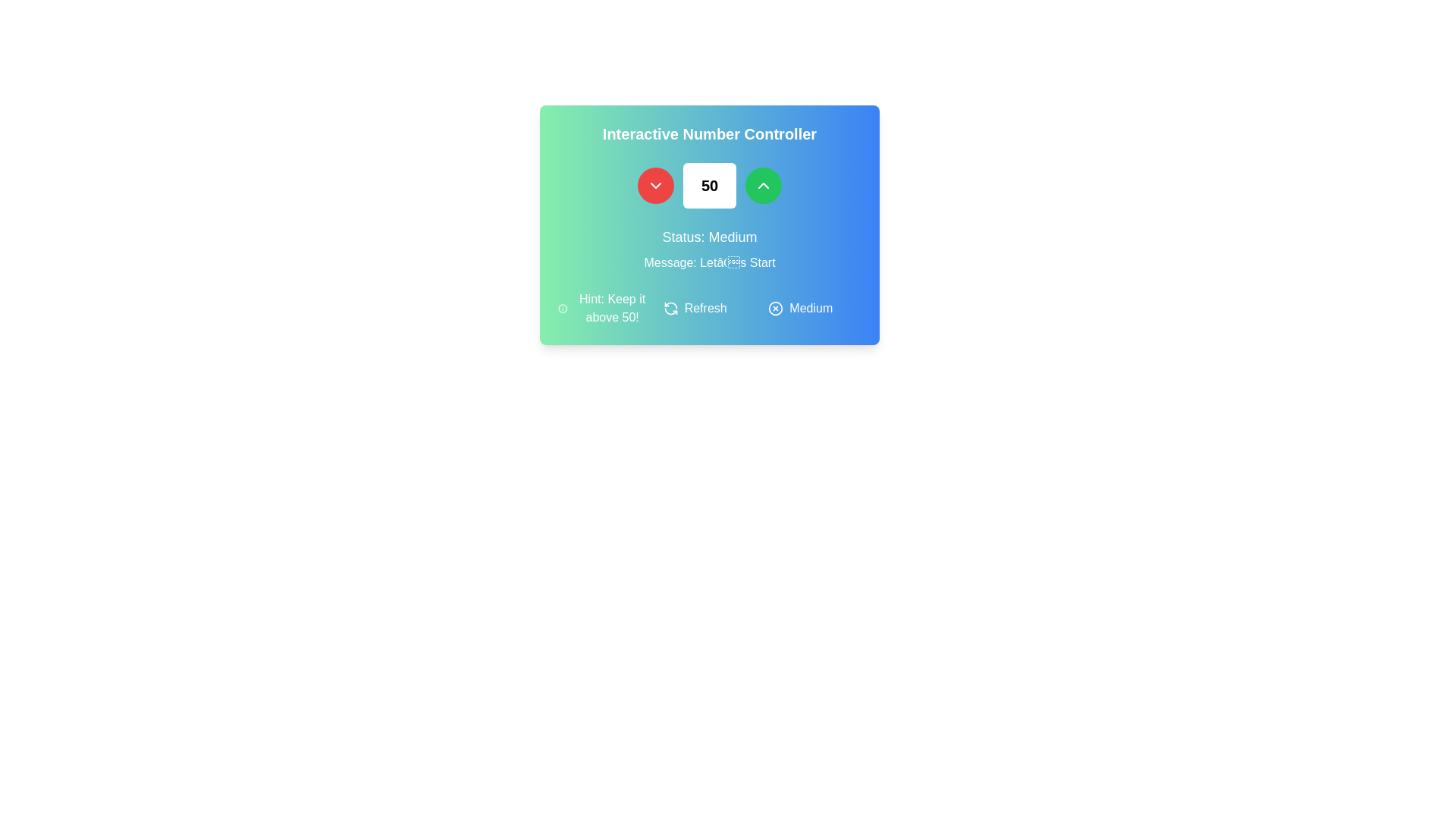  I want to click on the static informational text labeled 'Hint: Keep it above 50!' displayed in white font over a gradient green-blue background, which includes a small circular icon with an 'i' to its left, so click(604, 308).